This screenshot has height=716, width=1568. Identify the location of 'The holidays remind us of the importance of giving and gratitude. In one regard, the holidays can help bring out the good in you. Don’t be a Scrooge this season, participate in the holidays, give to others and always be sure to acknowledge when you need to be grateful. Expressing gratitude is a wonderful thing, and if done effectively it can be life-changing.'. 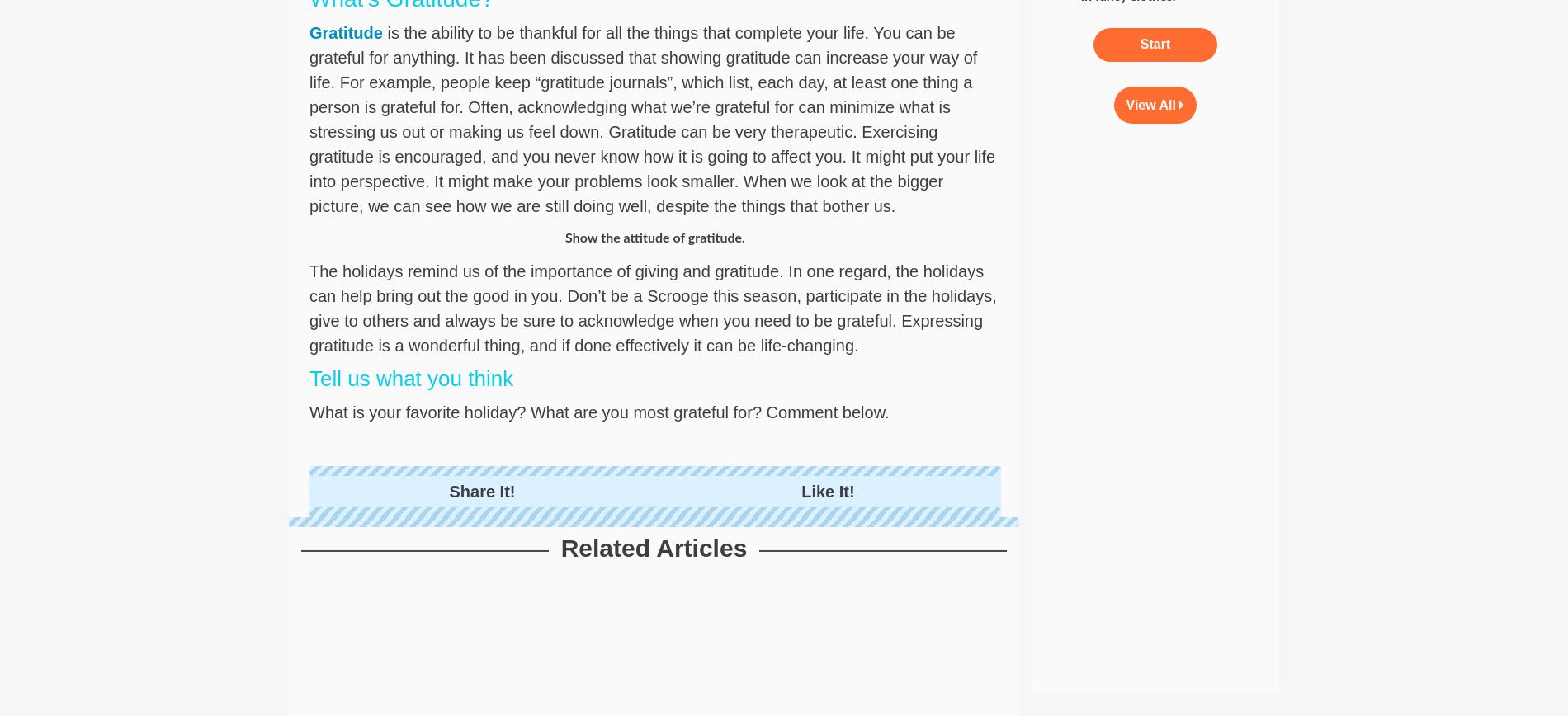
(651, 307).